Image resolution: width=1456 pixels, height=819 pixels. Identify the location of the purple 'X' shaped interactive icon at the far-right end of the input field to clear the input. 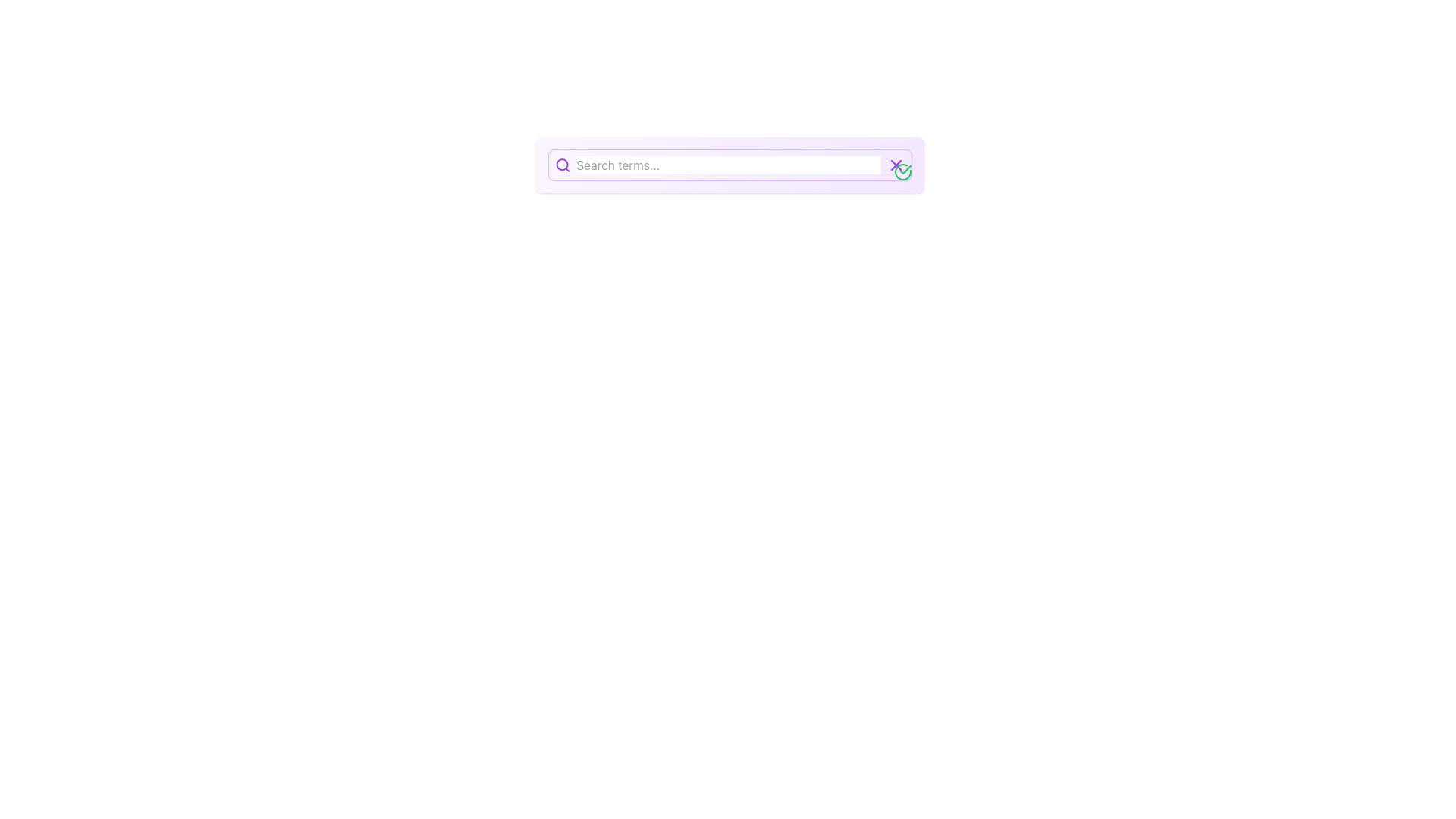
(896, 165).